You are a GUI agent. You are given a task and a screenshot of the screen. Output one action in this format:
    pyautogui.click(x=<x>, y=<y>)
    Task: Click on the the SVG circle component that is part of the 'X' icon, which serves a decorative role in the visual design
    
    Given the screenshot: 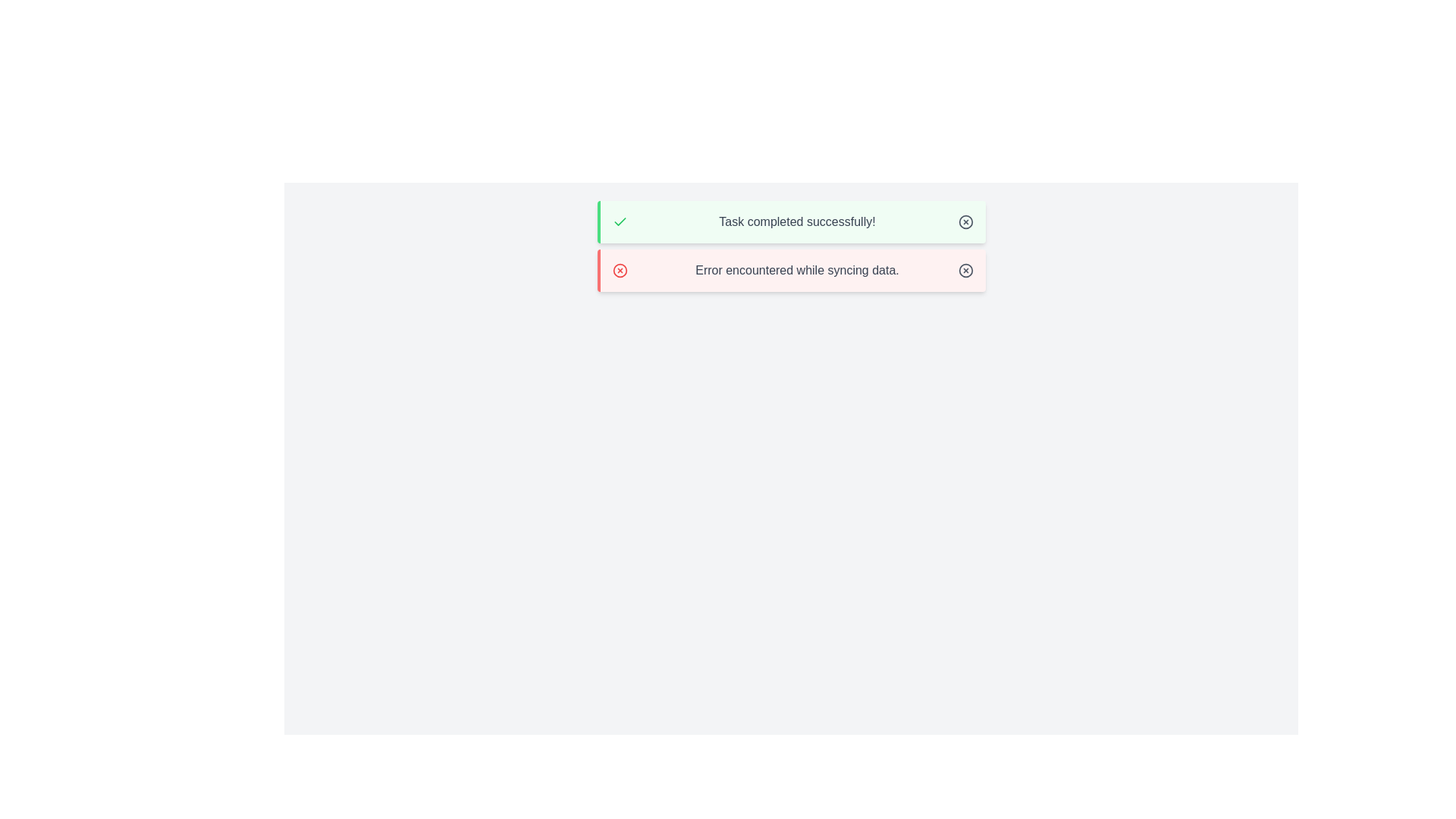 What is the action you would take?
    pyautogui.click(x=965, y=222)
    